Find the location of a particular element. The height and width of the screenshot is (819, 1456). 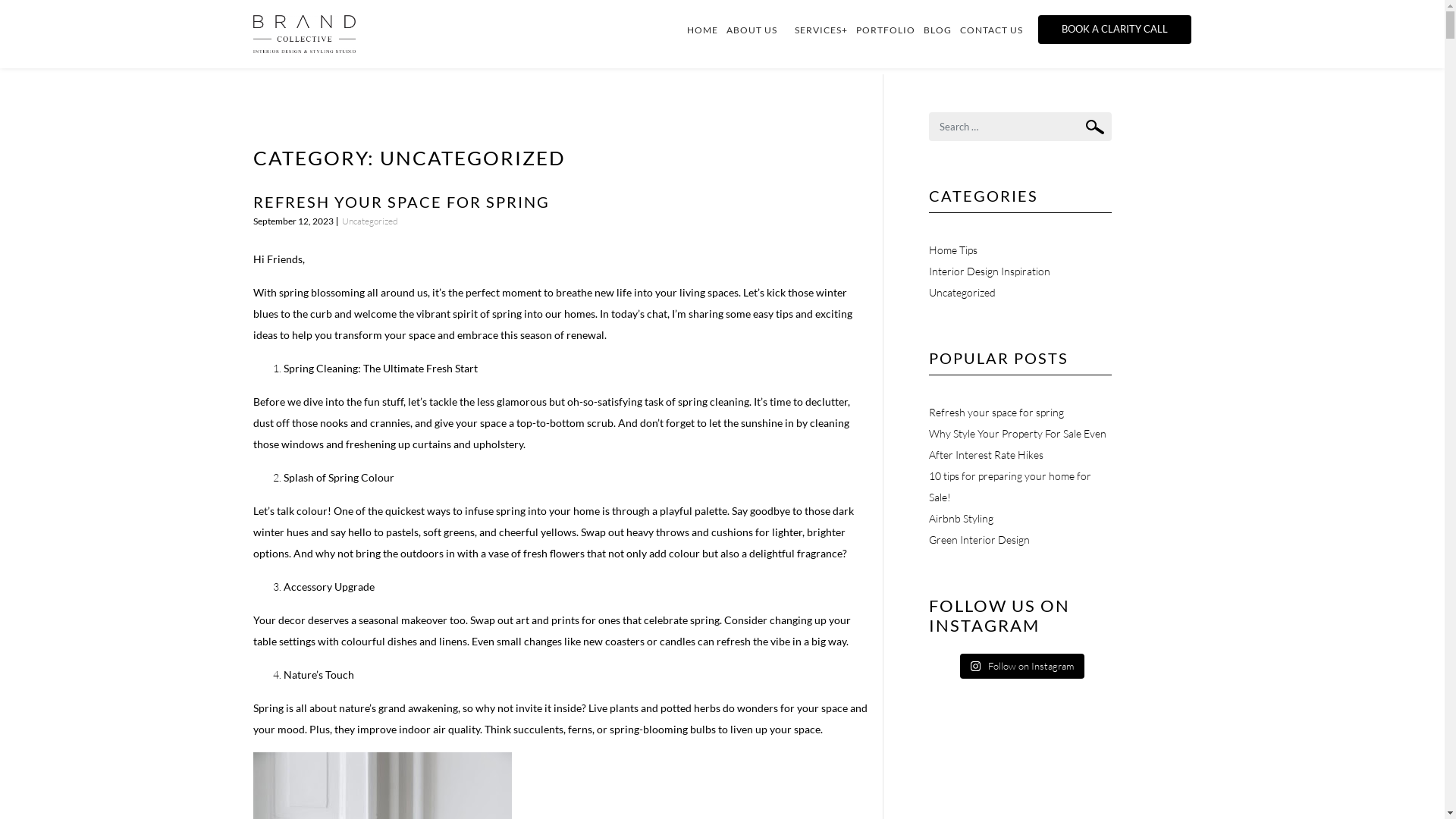

'BLOG' is located at coordinates (941, 30).